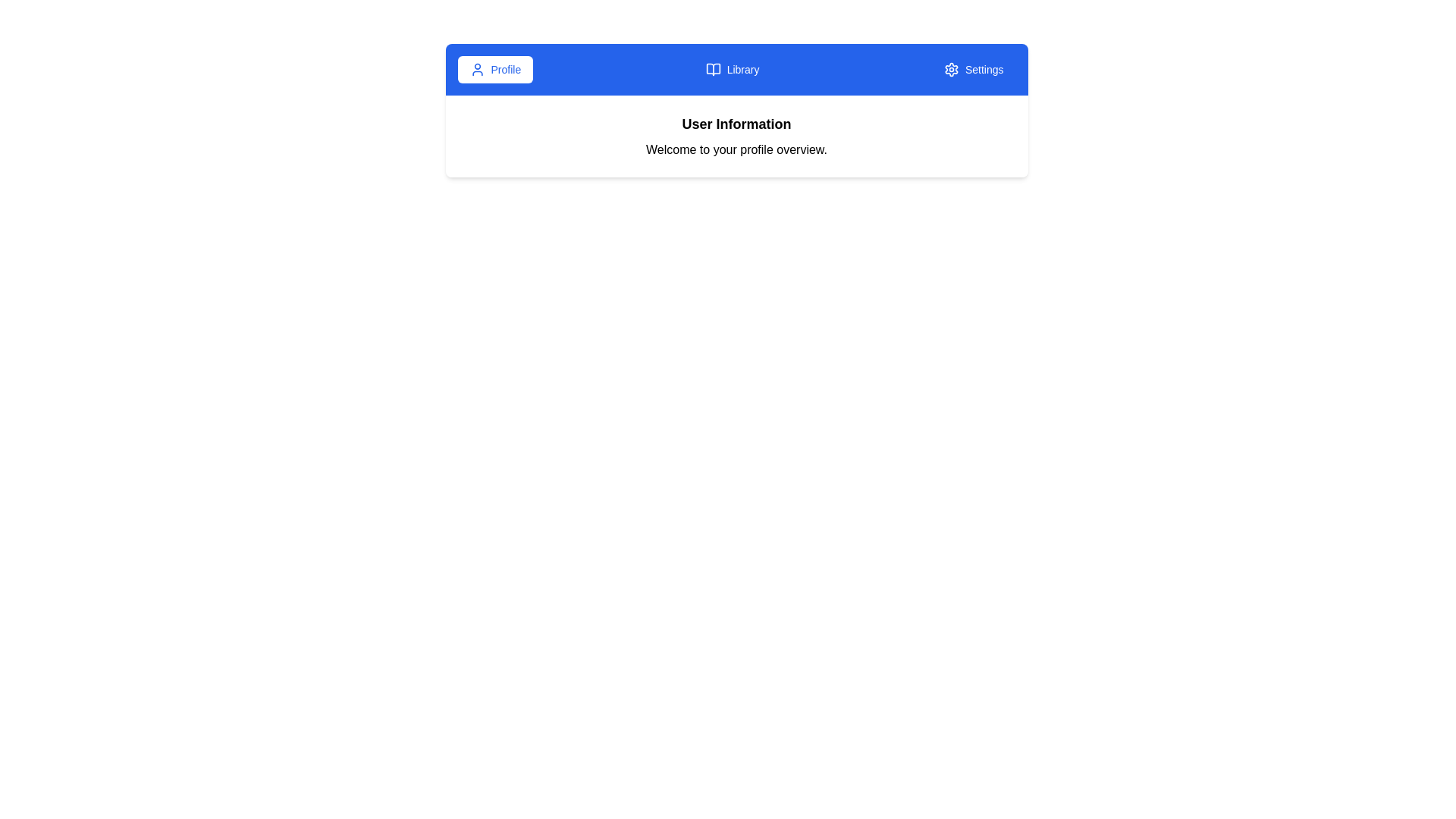 This screenshot has height=819, width=1456. What do you see at coordinates (984, 70) in the screenshot?
I see `the 'Settings' text label, which is styled in white text on a blue background, located in the top-right corner of the interface within a blue navigation bar` at bounding box center [984, 70].